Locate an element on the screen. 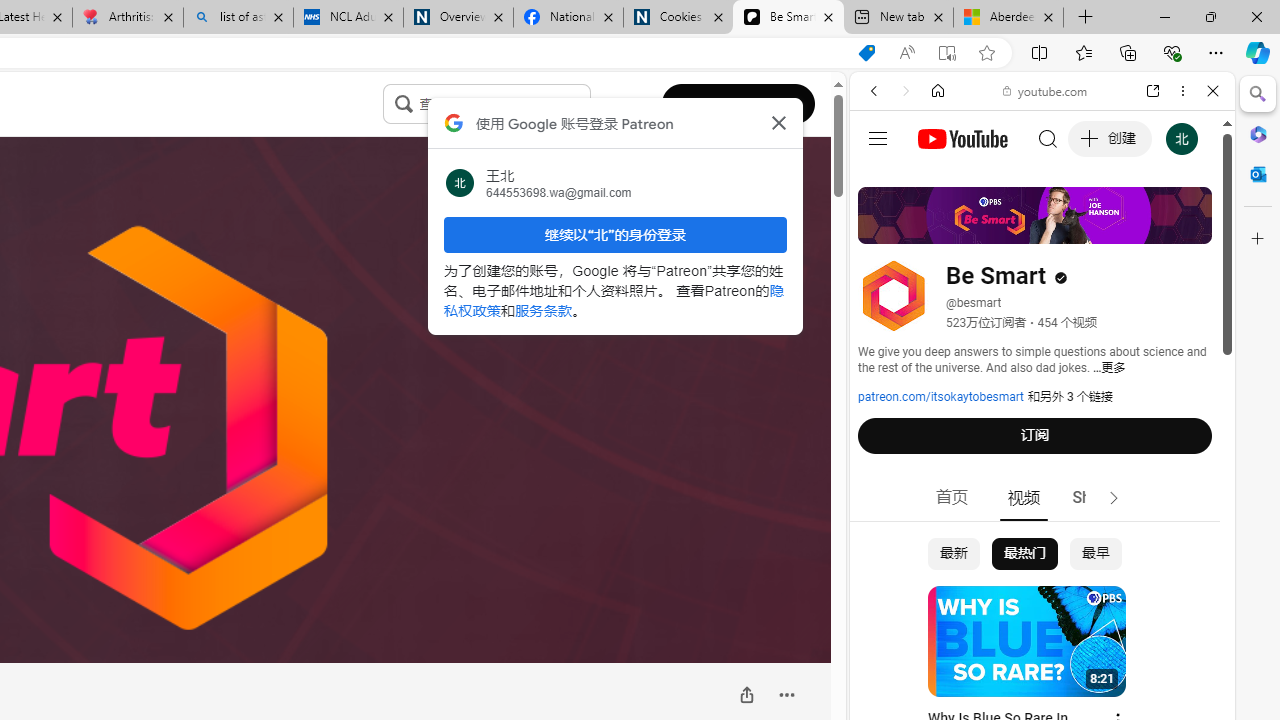  'Class: sc-jrQzAO inFiZu' is located at coordinates (402, 103).